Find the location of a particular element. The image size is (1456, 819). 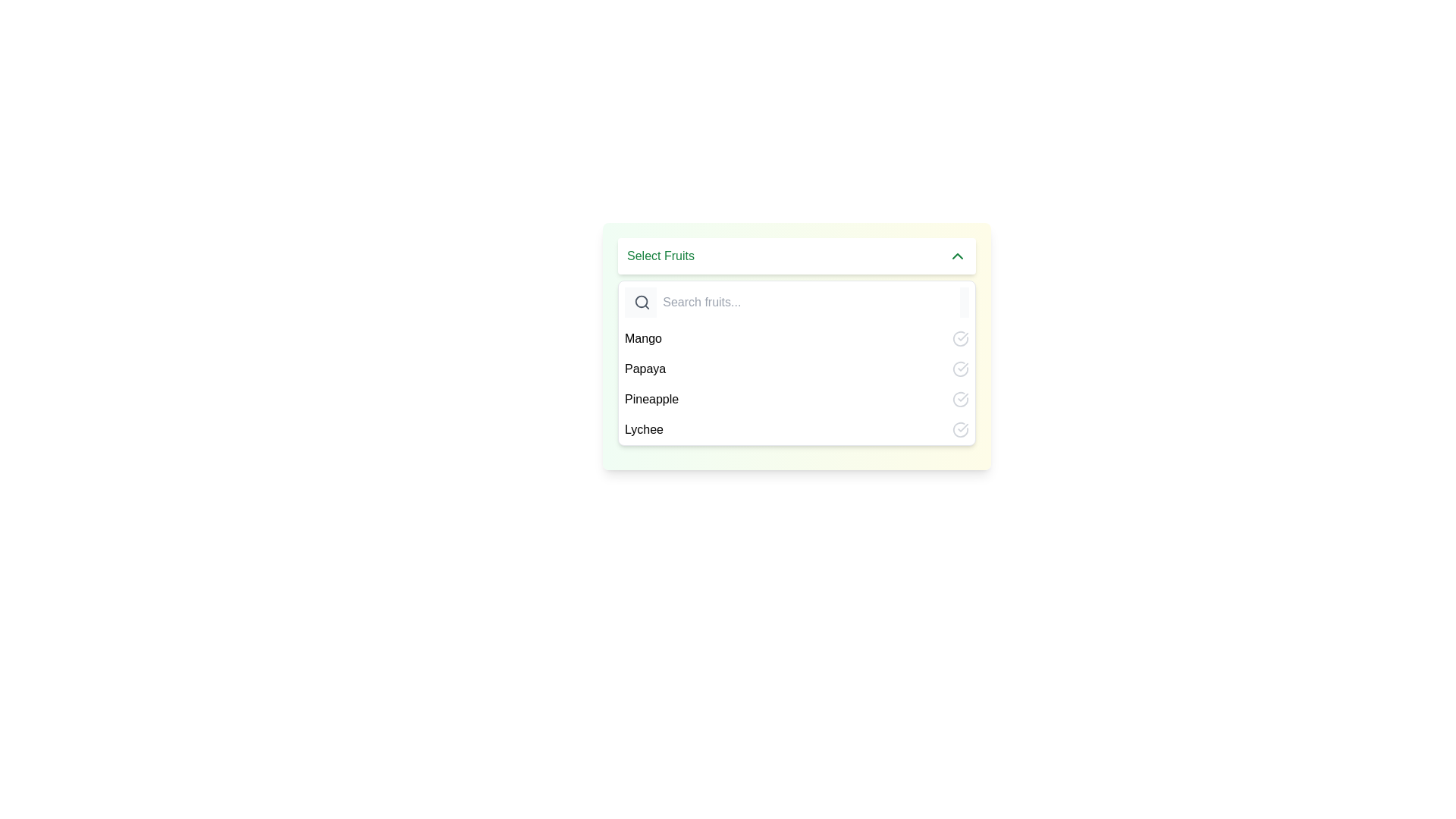

the text label displaying 'Lychee', which is the fourth item in the list and serves as a selectable fruit item is located at coordinates (644, 430).